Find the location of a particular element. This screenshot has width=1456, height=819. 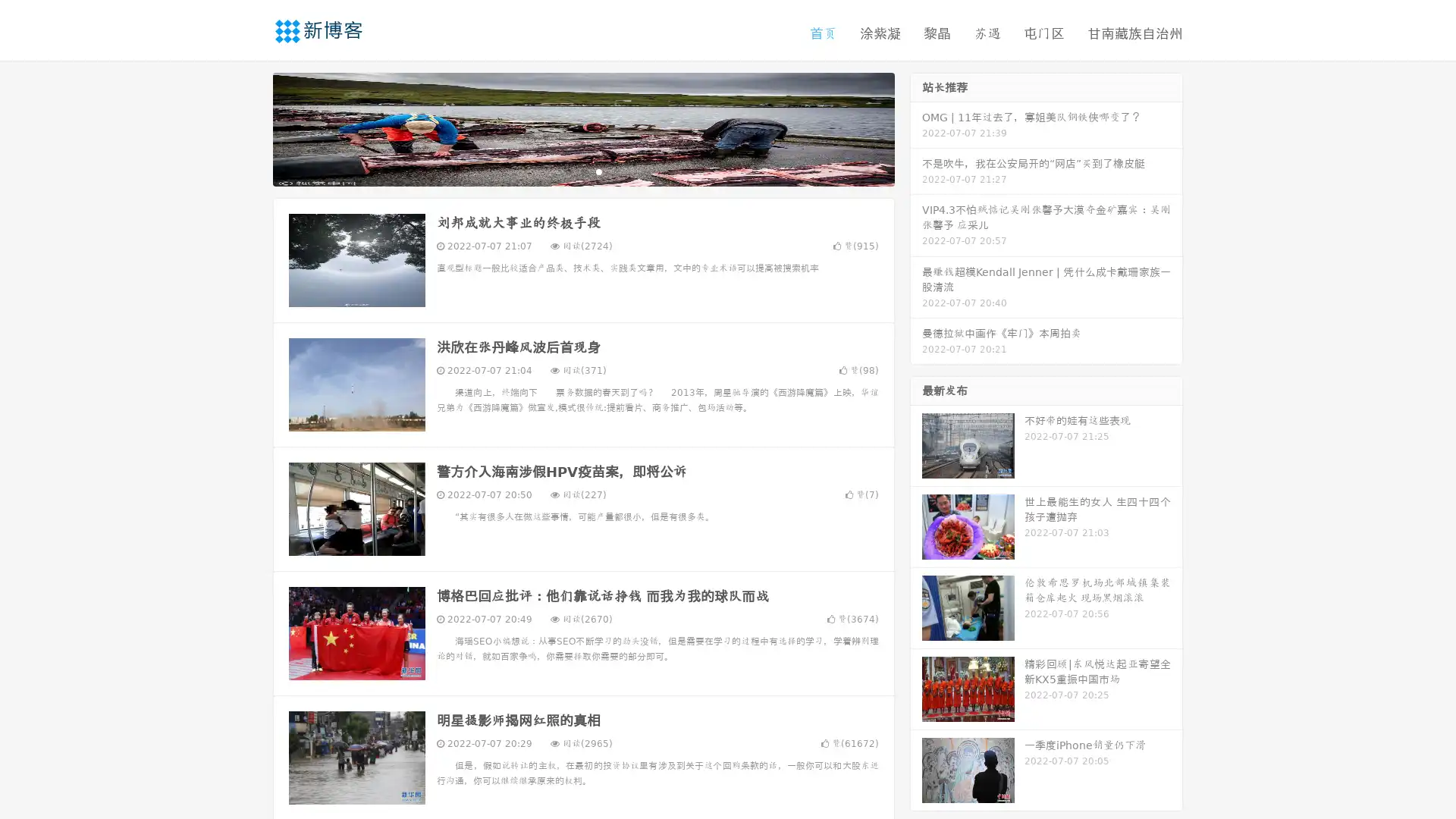

Go to slide 3 is located at coordinates (598, 171).